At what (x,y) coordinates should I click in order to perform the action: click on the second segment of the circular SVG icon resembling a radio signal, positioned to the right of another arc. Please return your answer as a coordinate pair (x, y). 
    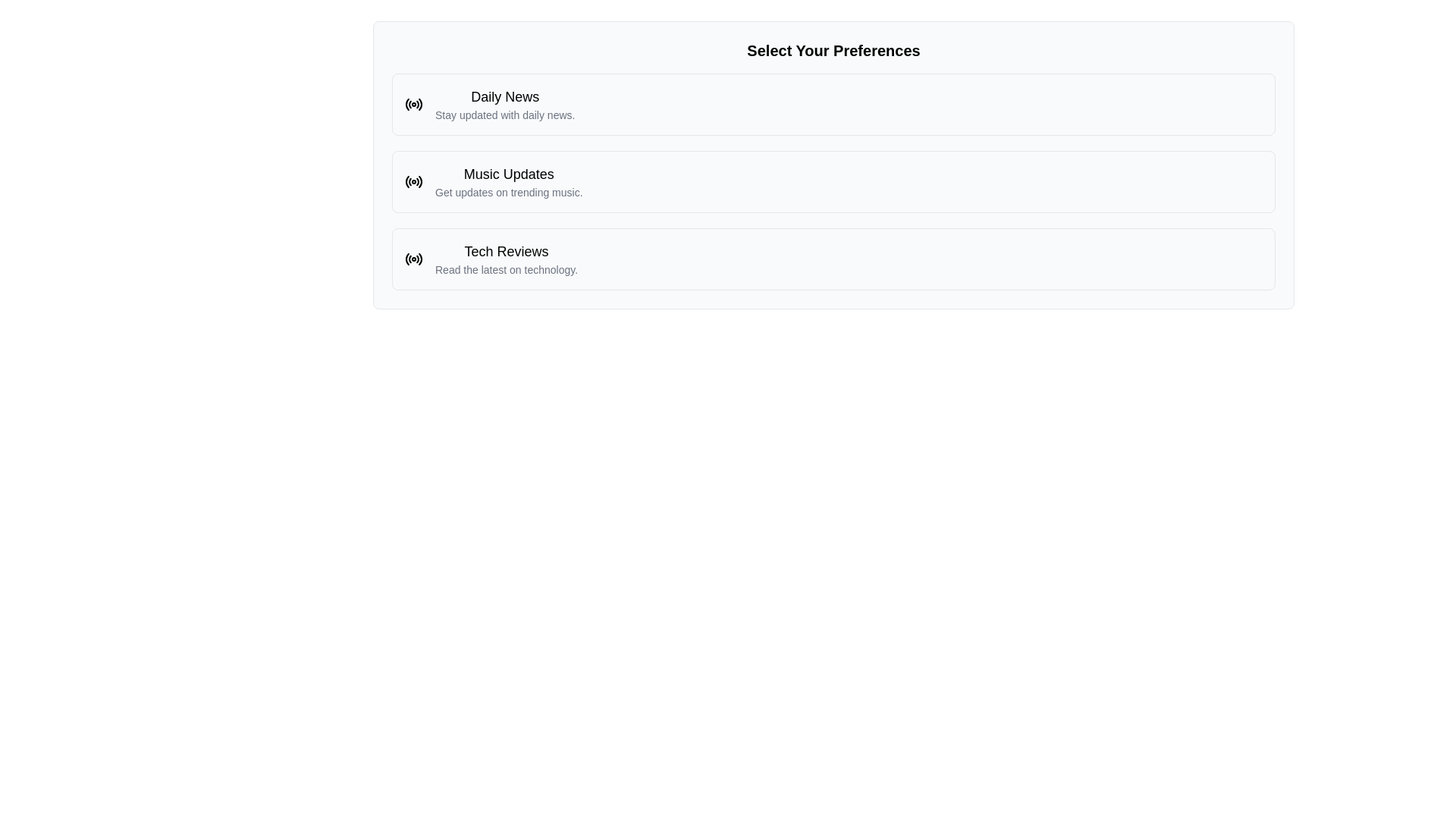
    Looking at the image, I should click on (409, 180).